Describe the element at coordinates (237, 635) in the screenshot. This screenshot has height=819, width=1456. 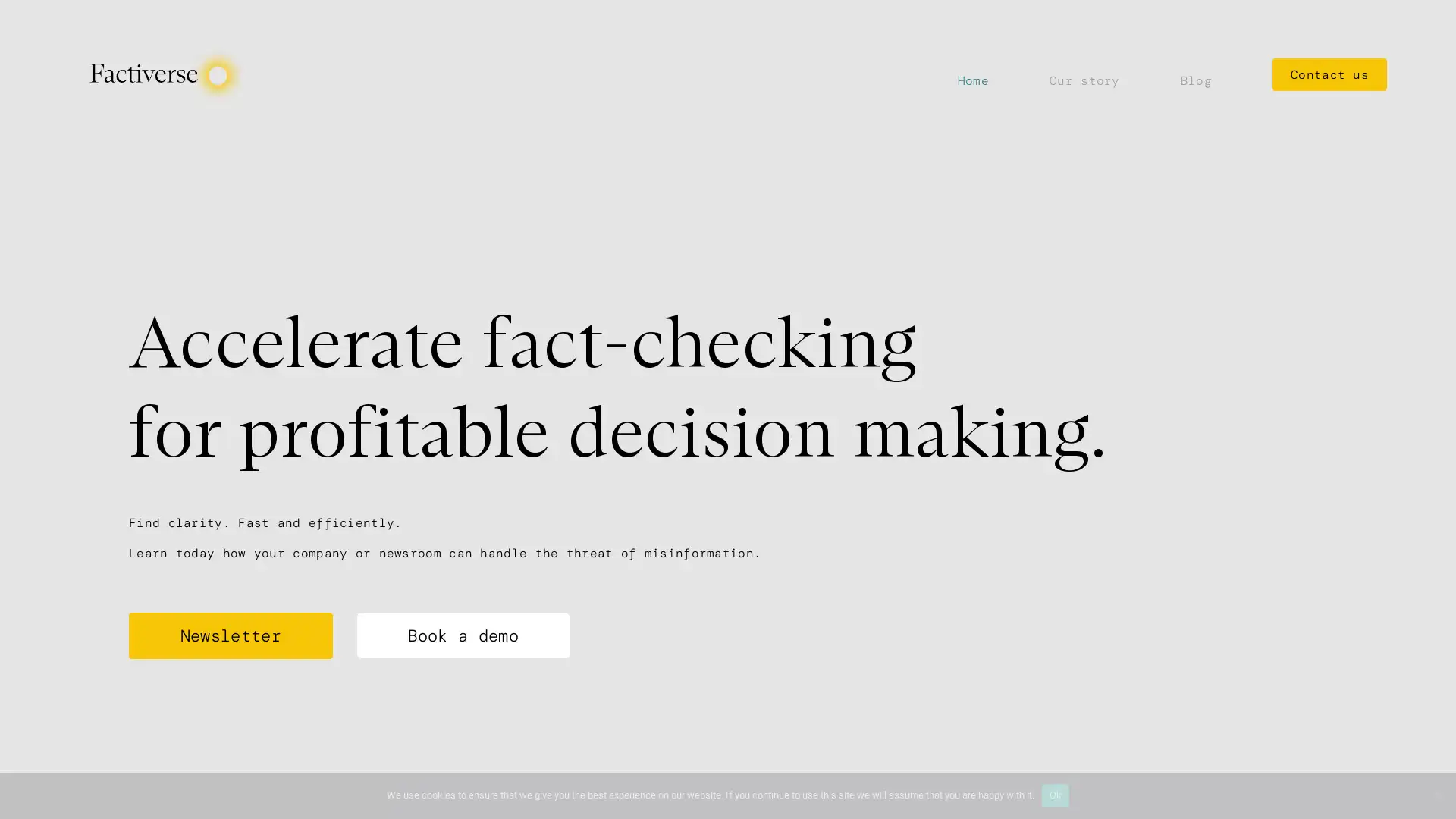
I see `Newsletter` at that location.